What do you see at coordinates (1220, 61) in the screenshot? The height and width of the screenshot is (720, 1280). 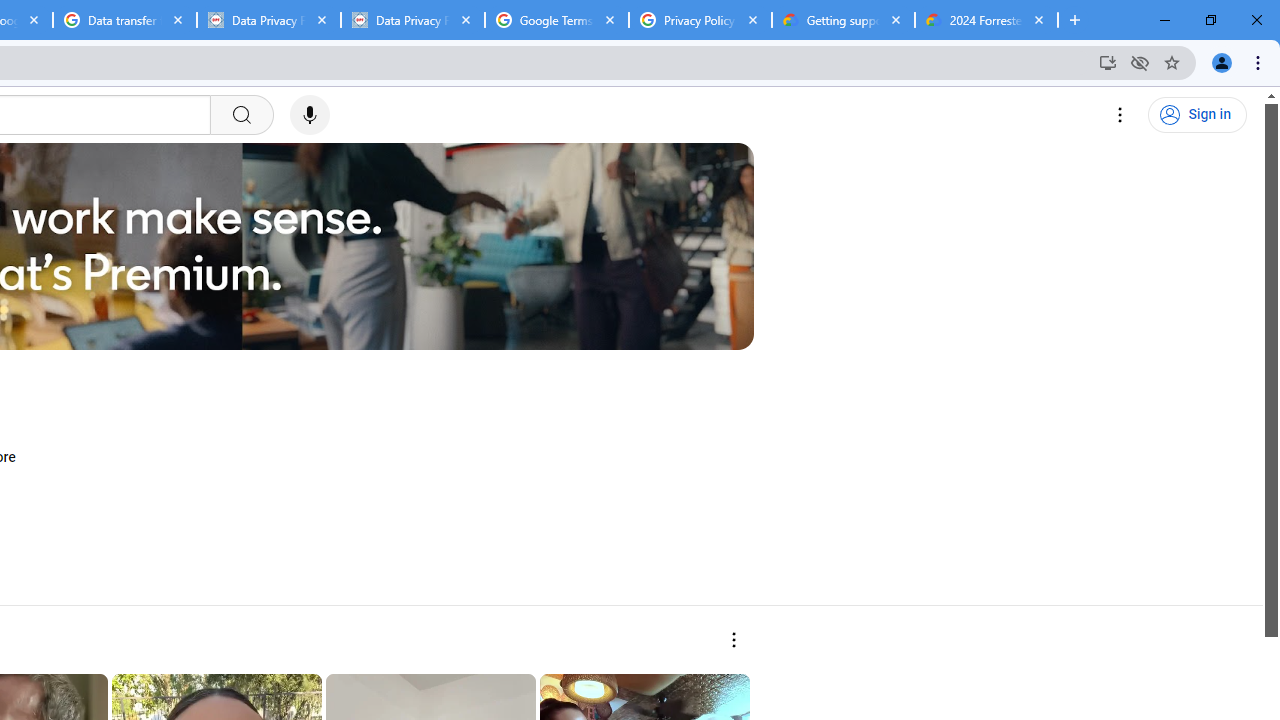 I see `'You'` at bounding box center [1220, 61].